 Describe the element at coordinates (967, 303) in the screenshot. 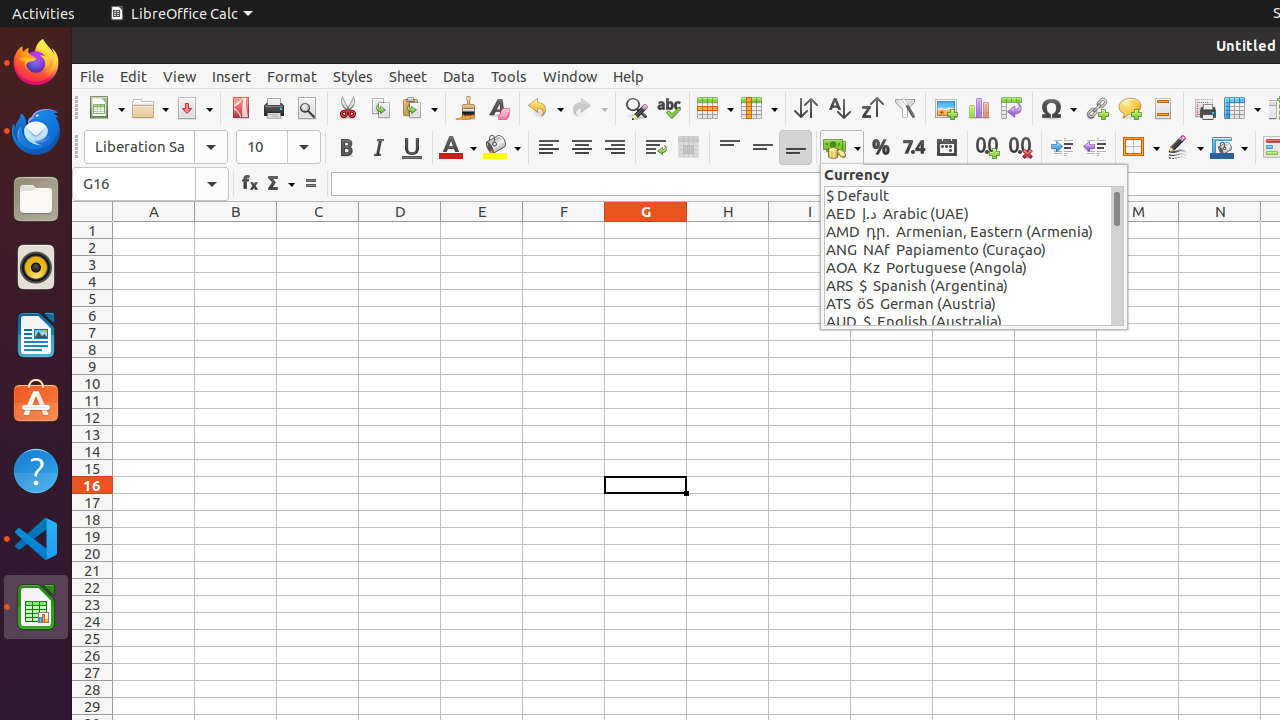

I see `'‪ATS‬  ‪öS‬  ‪German (Austria)‬'` at that location.